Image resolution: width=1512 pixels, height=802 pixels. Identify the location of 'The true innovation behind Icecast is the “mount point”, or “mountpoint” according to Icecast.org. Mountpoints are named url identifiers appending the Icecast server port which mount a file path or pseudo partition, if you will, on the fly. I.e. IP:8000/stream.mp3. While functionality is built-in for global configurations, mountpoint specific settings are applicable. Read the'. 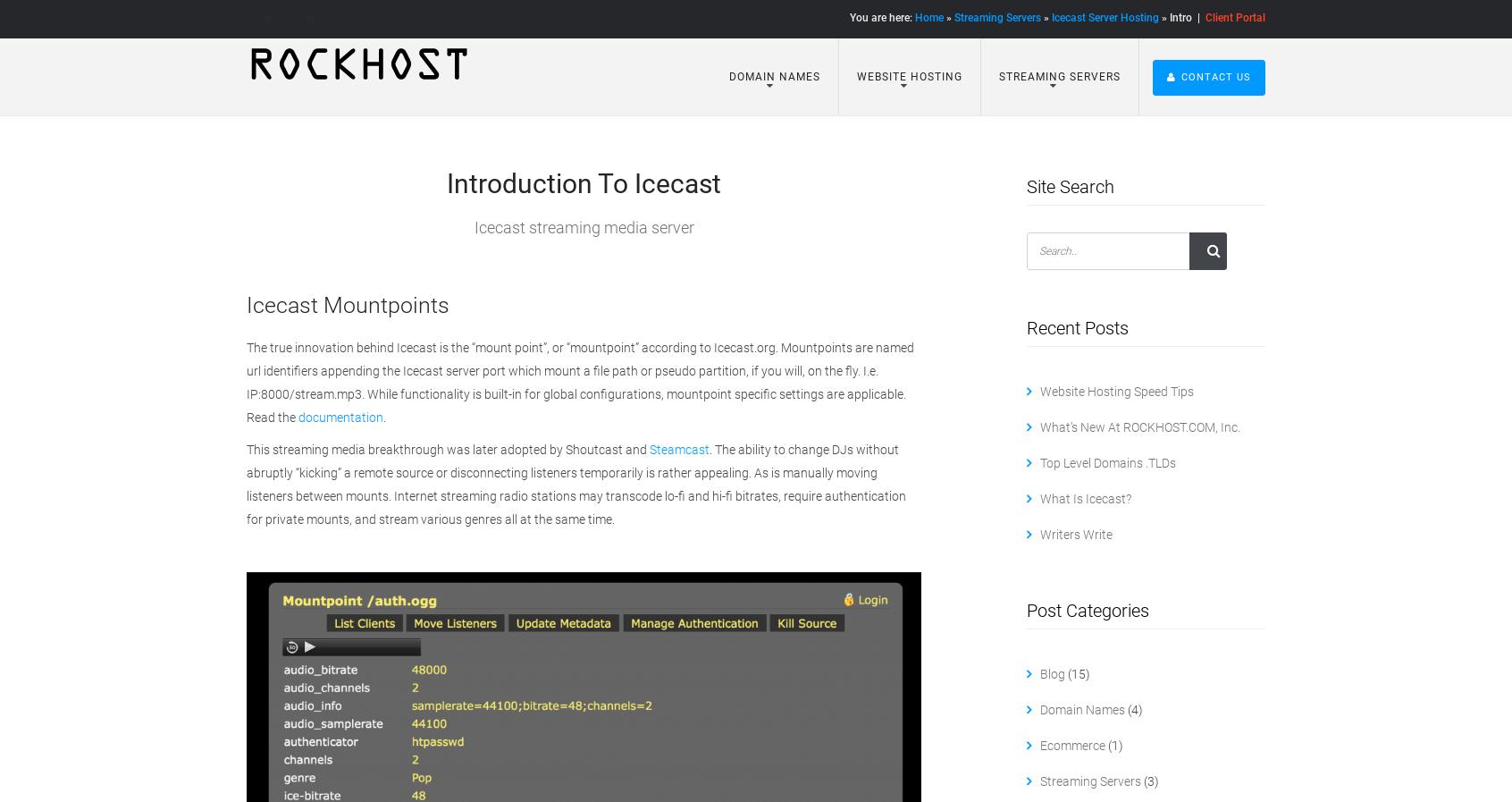
(580, 380).